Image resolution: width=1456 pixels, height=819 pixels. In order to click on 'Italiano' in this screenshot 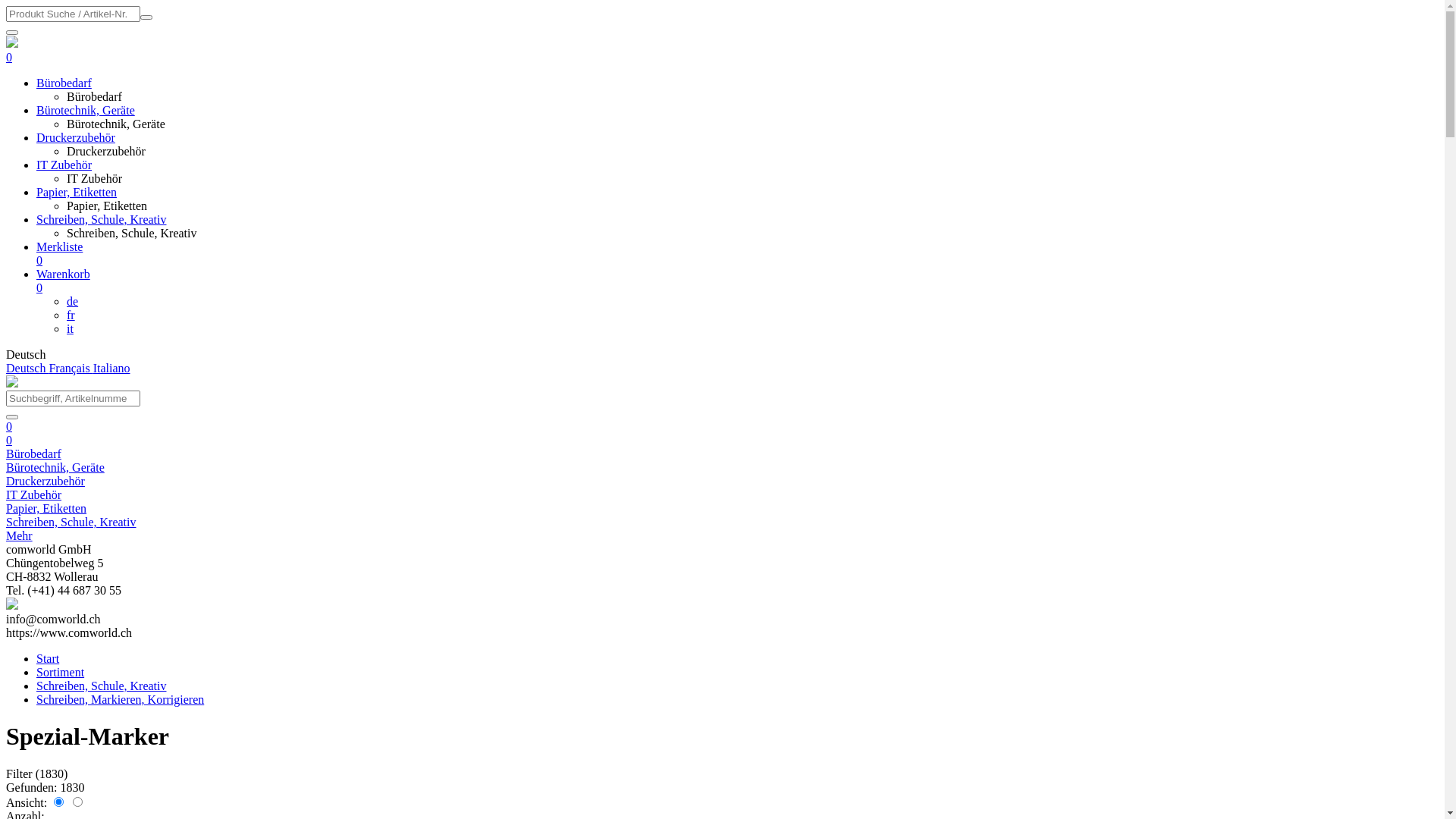, I will do `click(111, 368)`.